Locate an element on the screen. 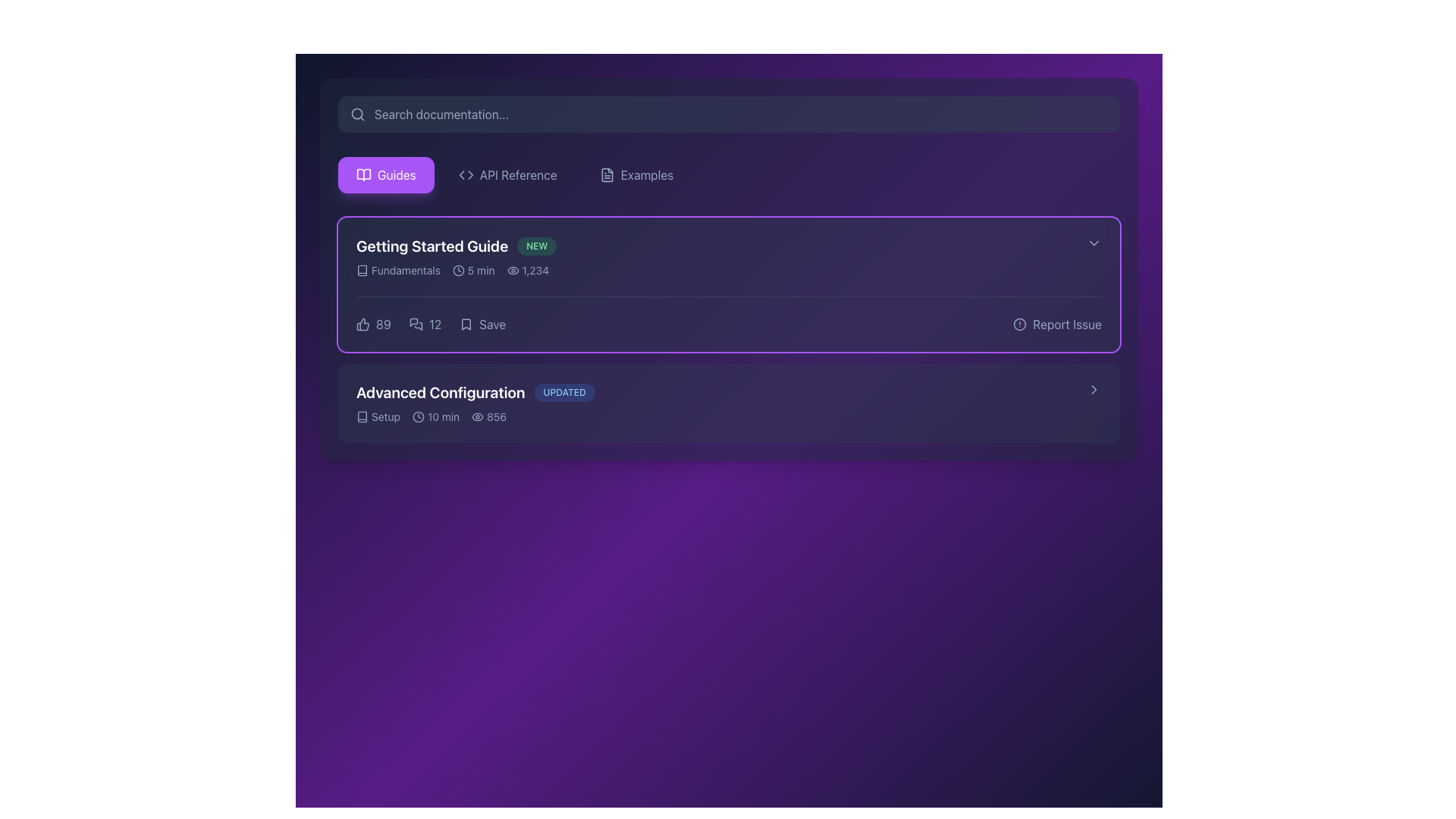  the label representing a count or statistic located in the 'Advanced Configuration' section, positioned to the right of the eye-shaped icon is located at coordinates (497, 417).